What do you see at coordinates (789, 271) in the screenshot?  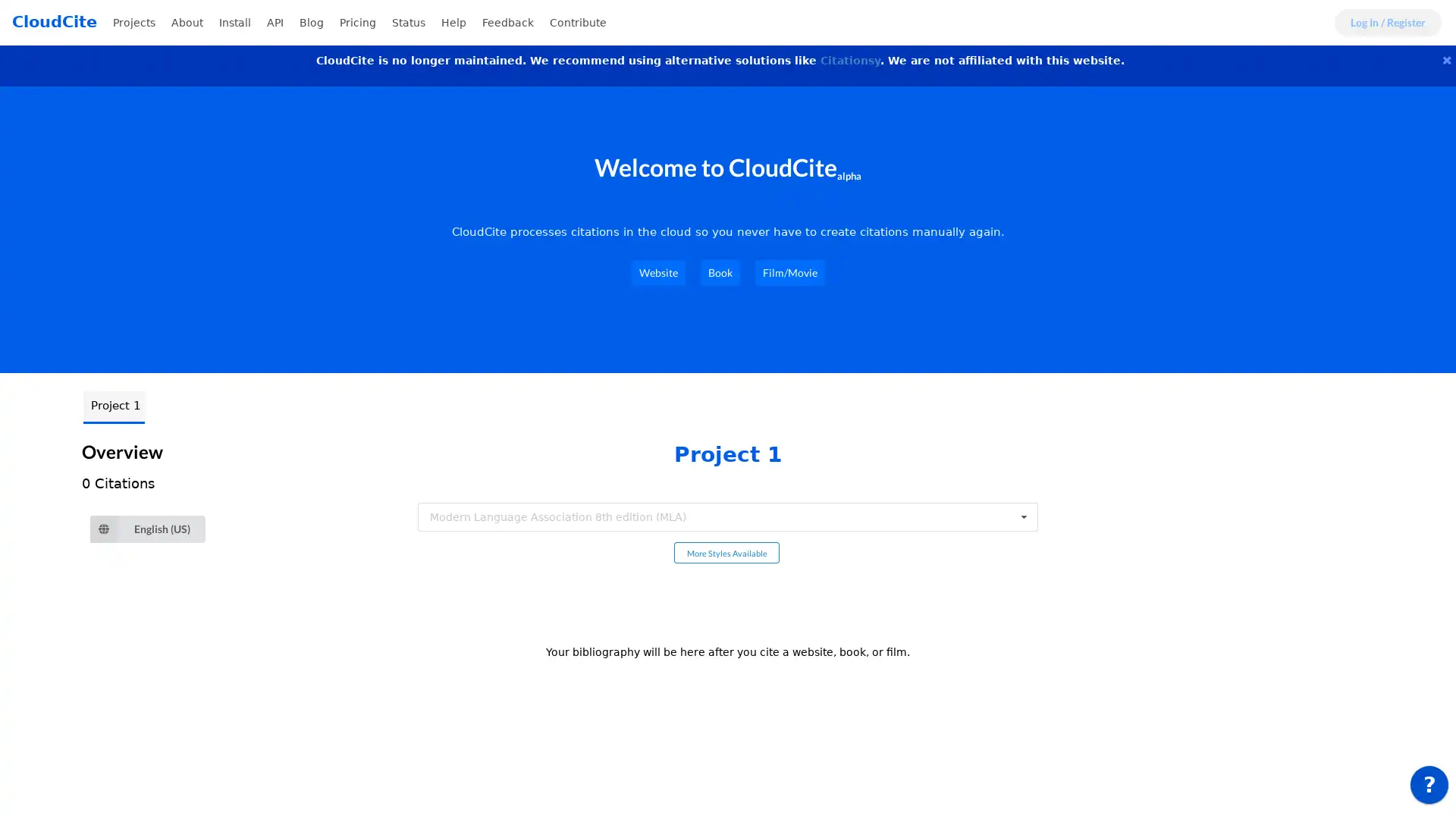 I see `Film/Movie` at bounding box center [789, 271].